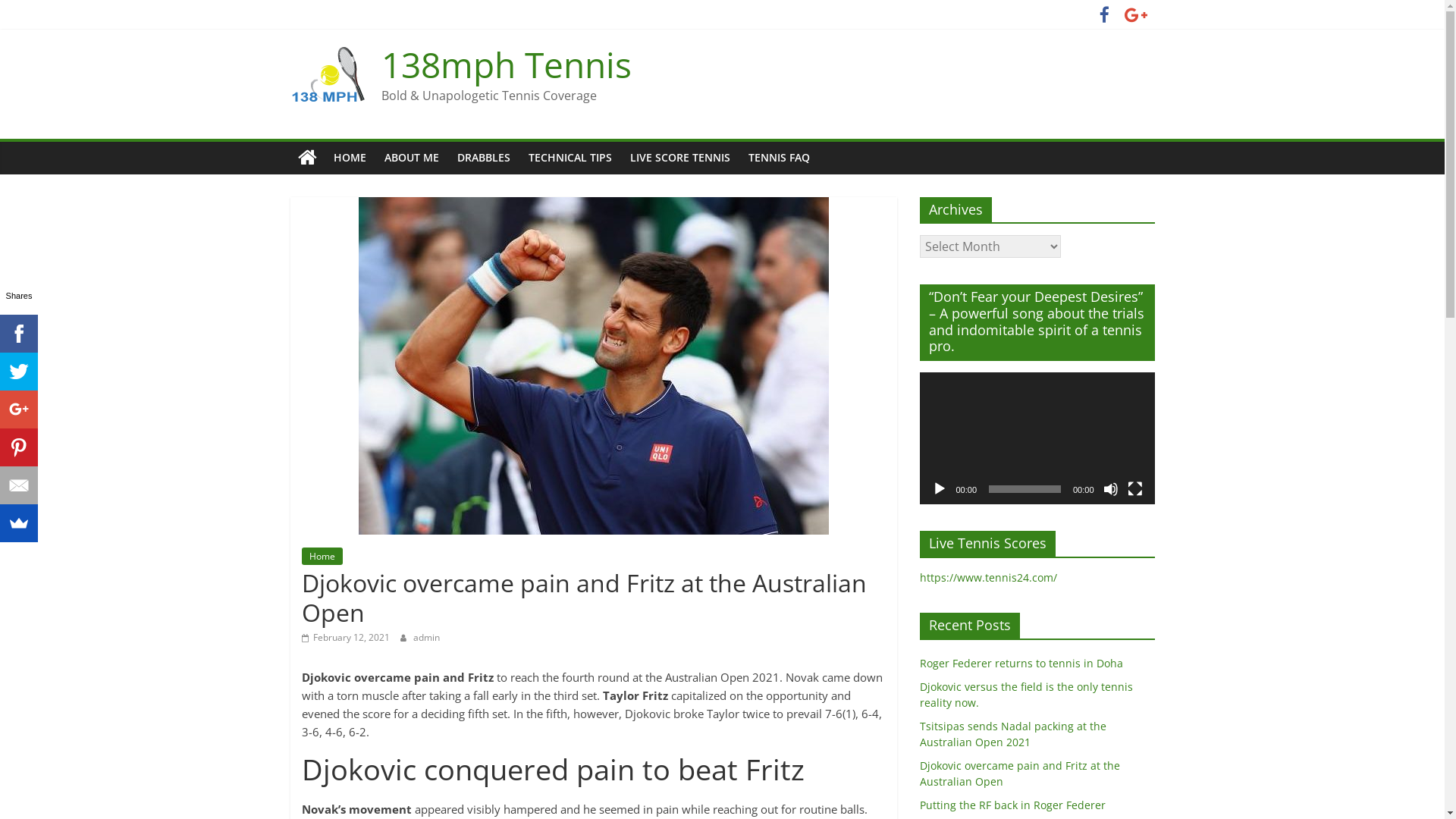 Image resolution: width=1456 pixels, height=819 pixels. I want to click on 'February 12, 2021', so click(345, 637).